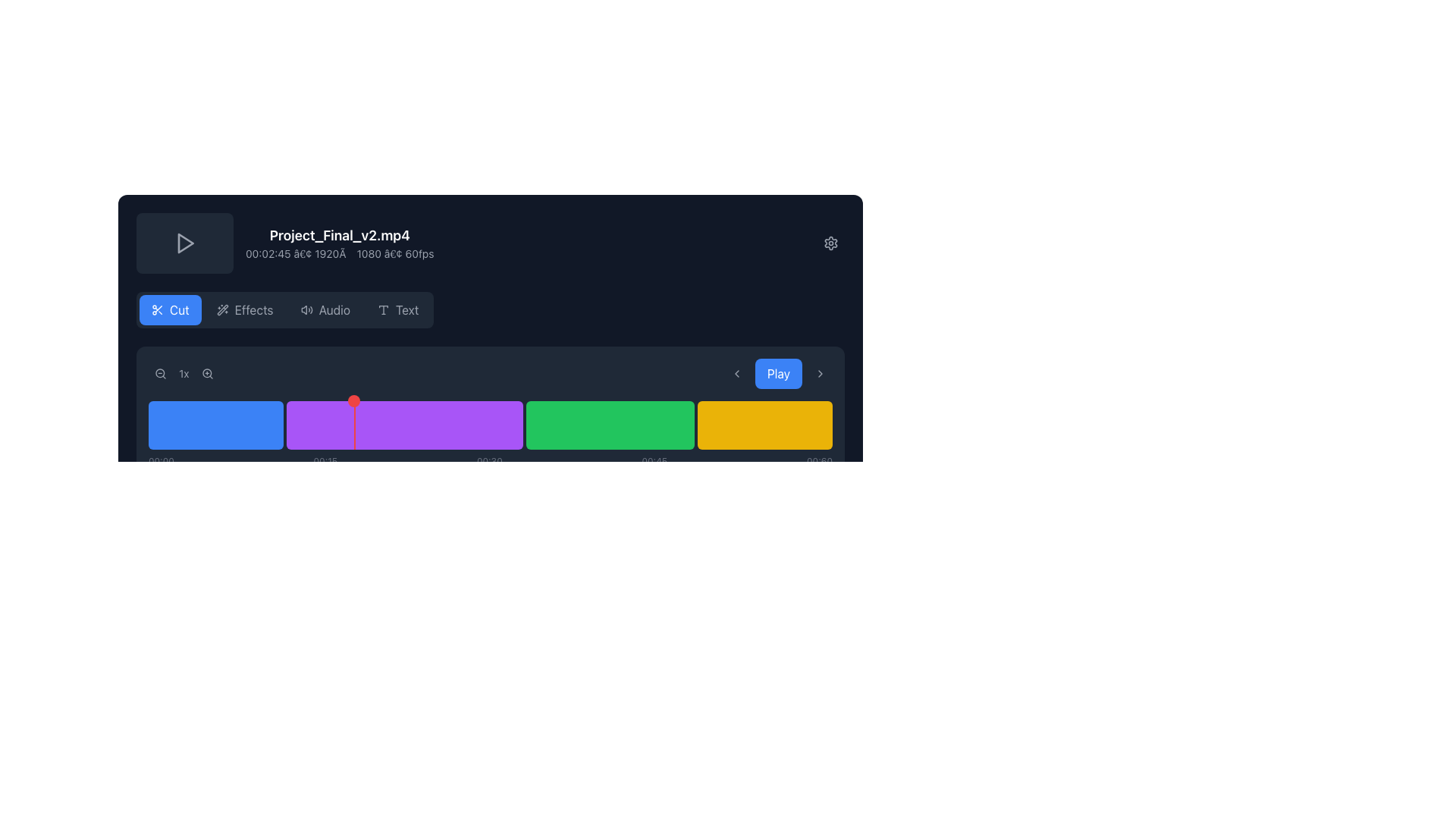  Describe the element at coordinates (183, 374) in the screenshot. I see `the playback speed label, which indicates the current playback speed level set to normal (1x speed), located between the zoom-out icon and the zoom-in icon` at that location.